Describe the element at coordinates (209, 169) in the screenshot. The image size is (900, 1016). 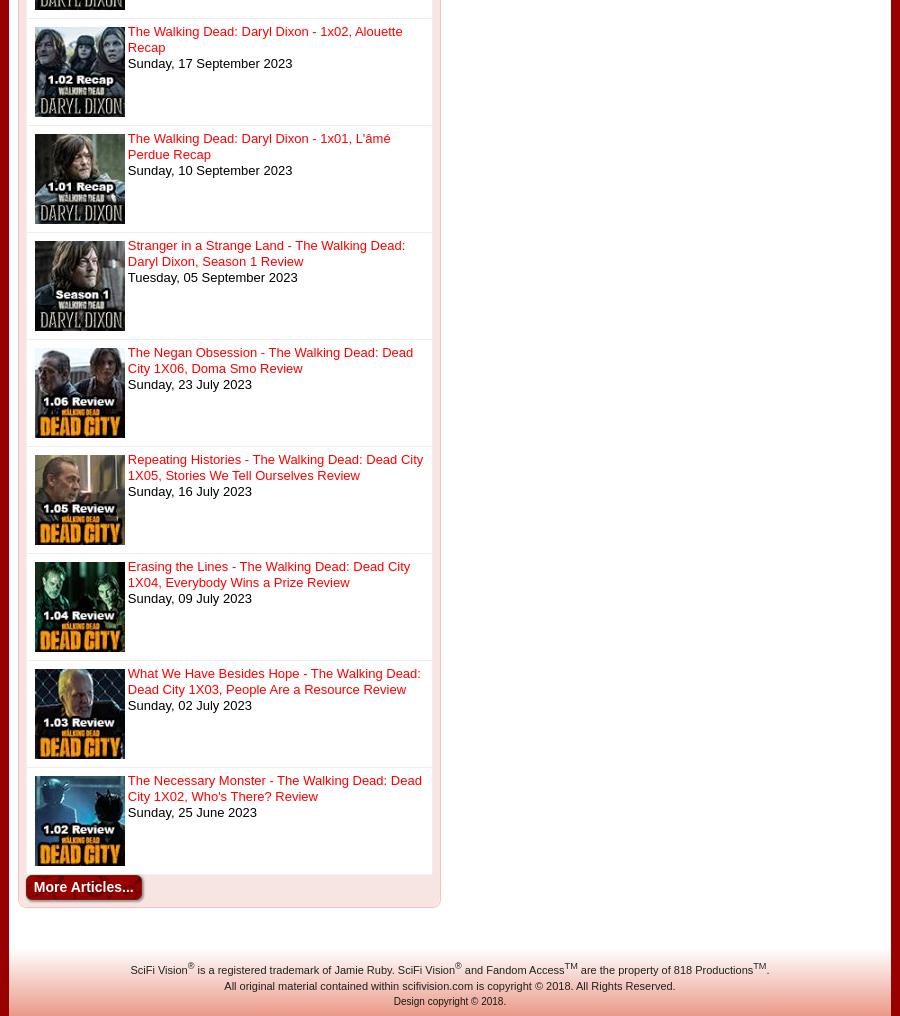
I see `'Sunday, 10 September 2023'` at that location.